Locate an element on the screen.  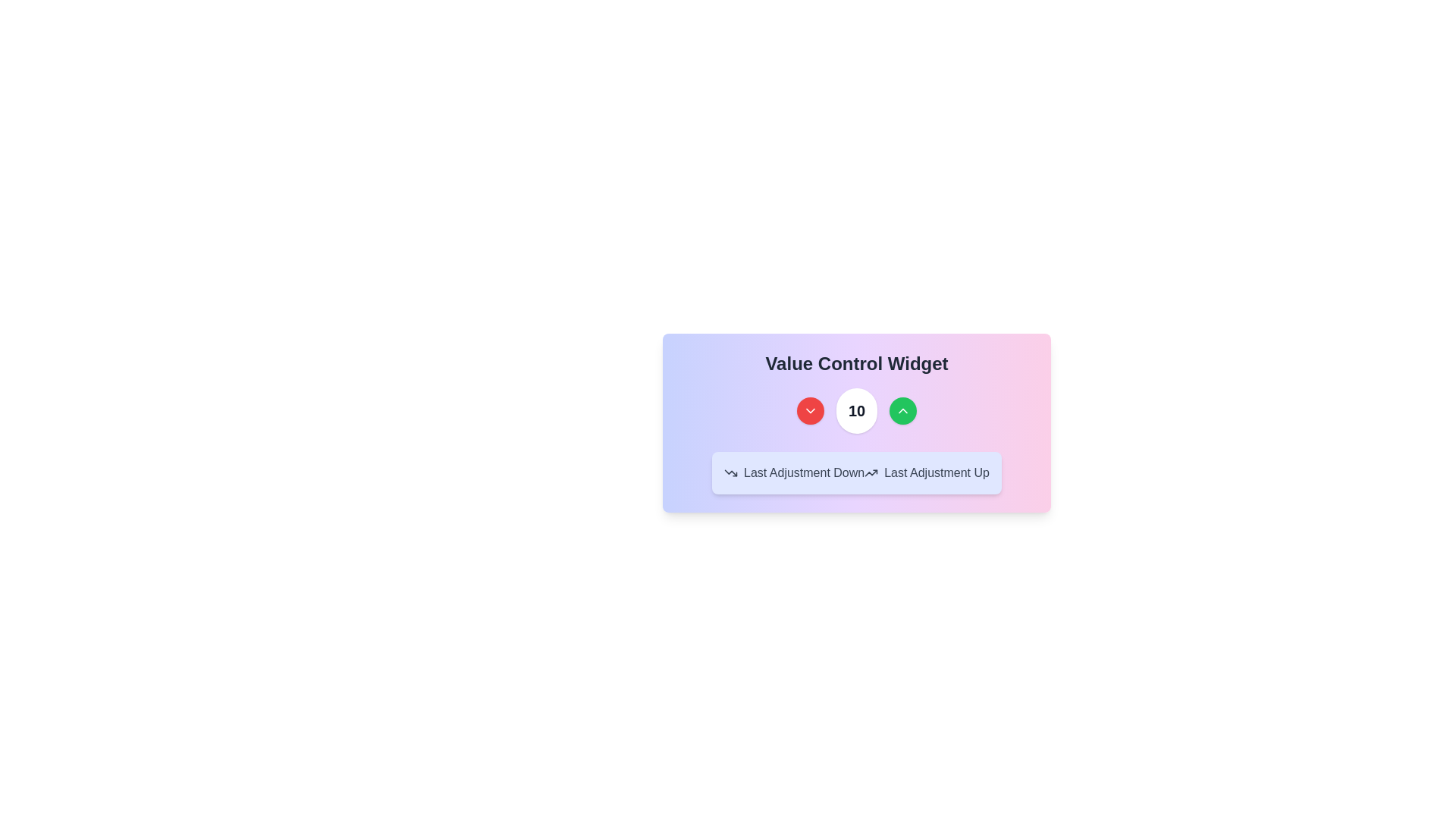
the upward chevron icon on the green circular button located to the right of the value display in the widget is located at coordinates (903, 411).